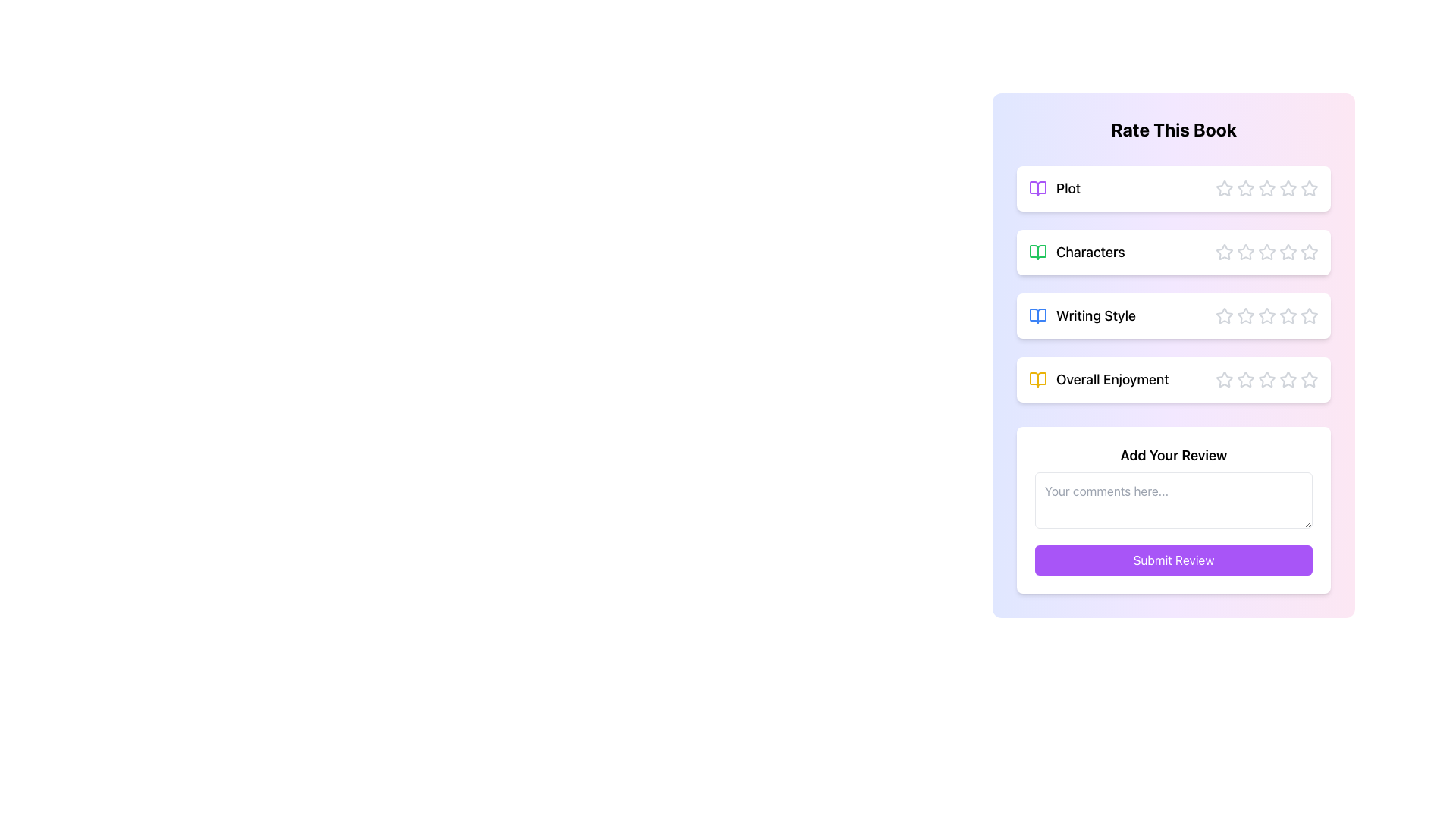 This screenshot has height=819, width=1456. What do you see at coordinates (1266, 379) in the screenshot?
I see `the third star icon in the 'Overall Enjoyment' section of the 'Rate This Book' interface` at bounding box center [1266, 379].